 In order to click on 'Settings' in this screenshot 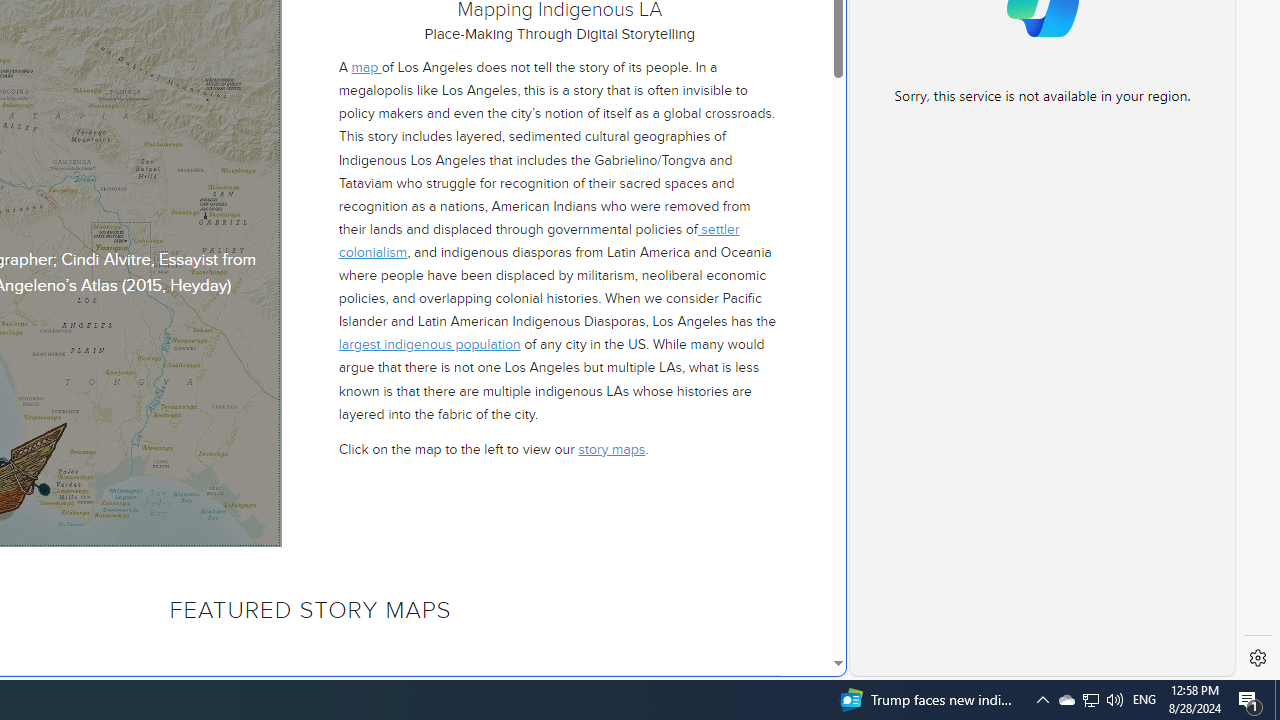, I will do `click(1257, 658)`.